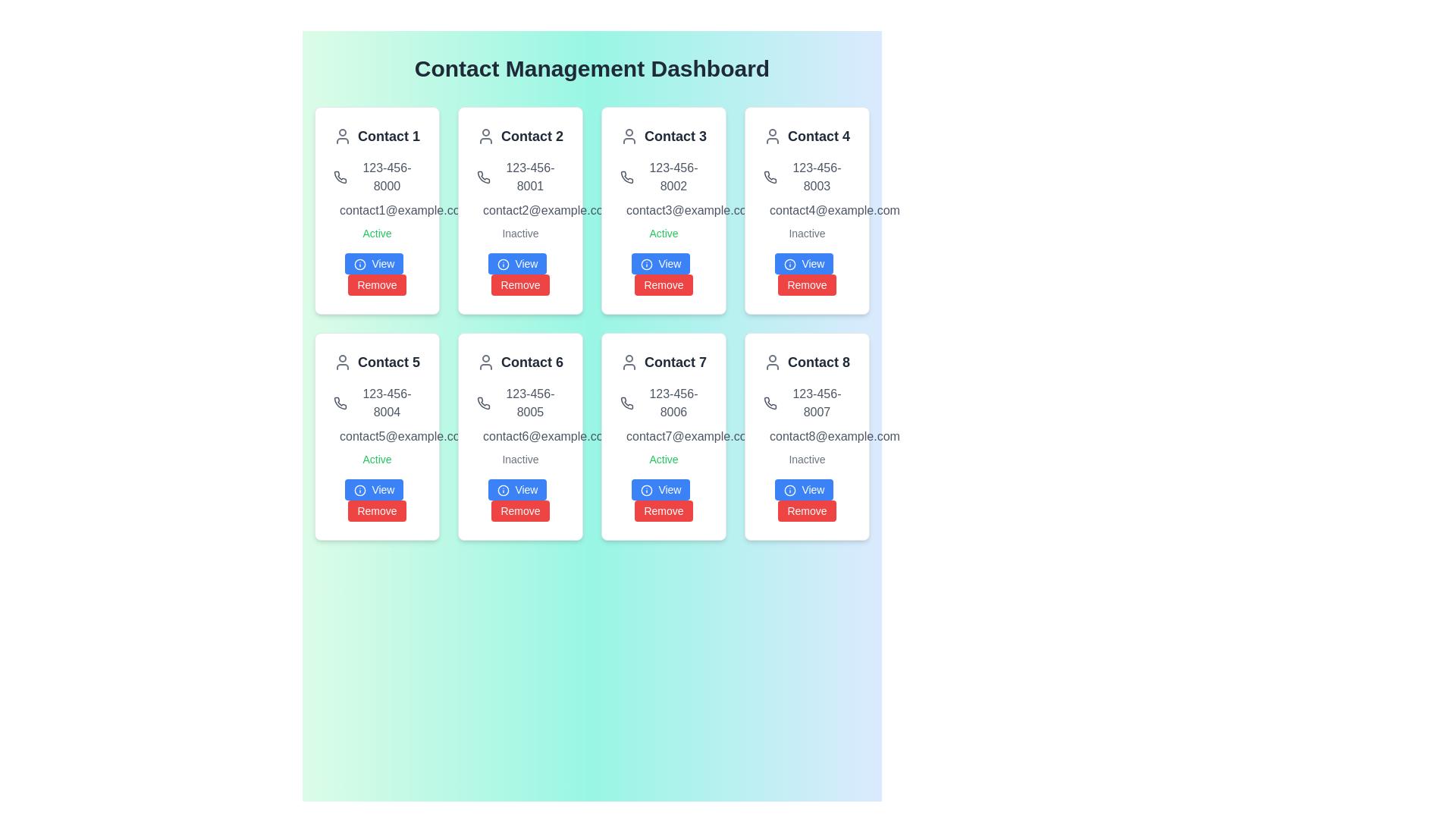 Image resolution: width=1456 pixels, height=819 pixels. Describe the element at coordinates (629, 362) in the screenshot. I see `the icon representing 'Contact 7', which is located inside the card for 'Contact 7', specifically to the left of the text label, as the first visual element at the top of the card` at that location.